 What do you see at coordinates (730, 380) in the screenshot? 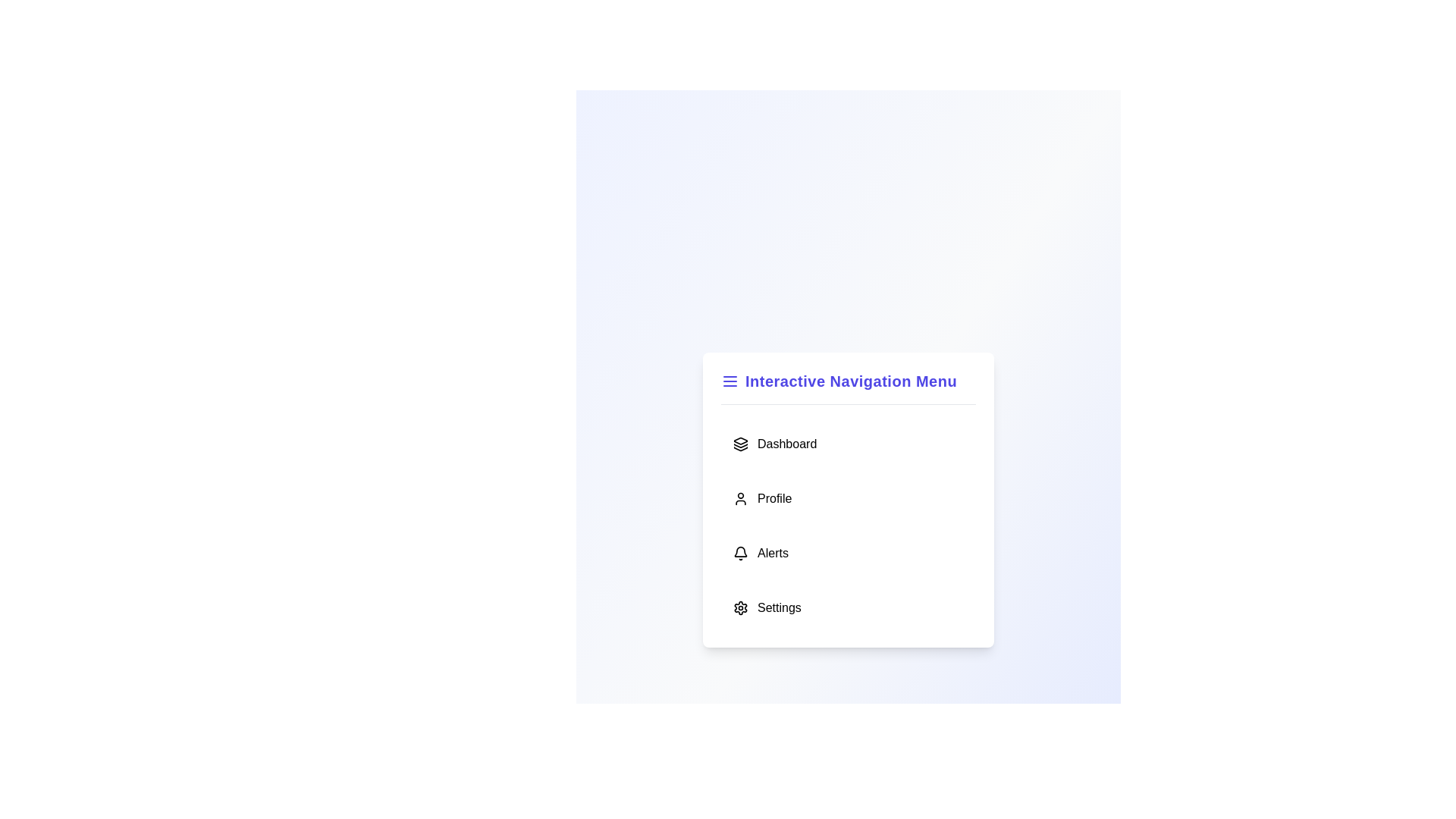
I see `the header icon to toggle the menu` at bounding box center [730, 380].